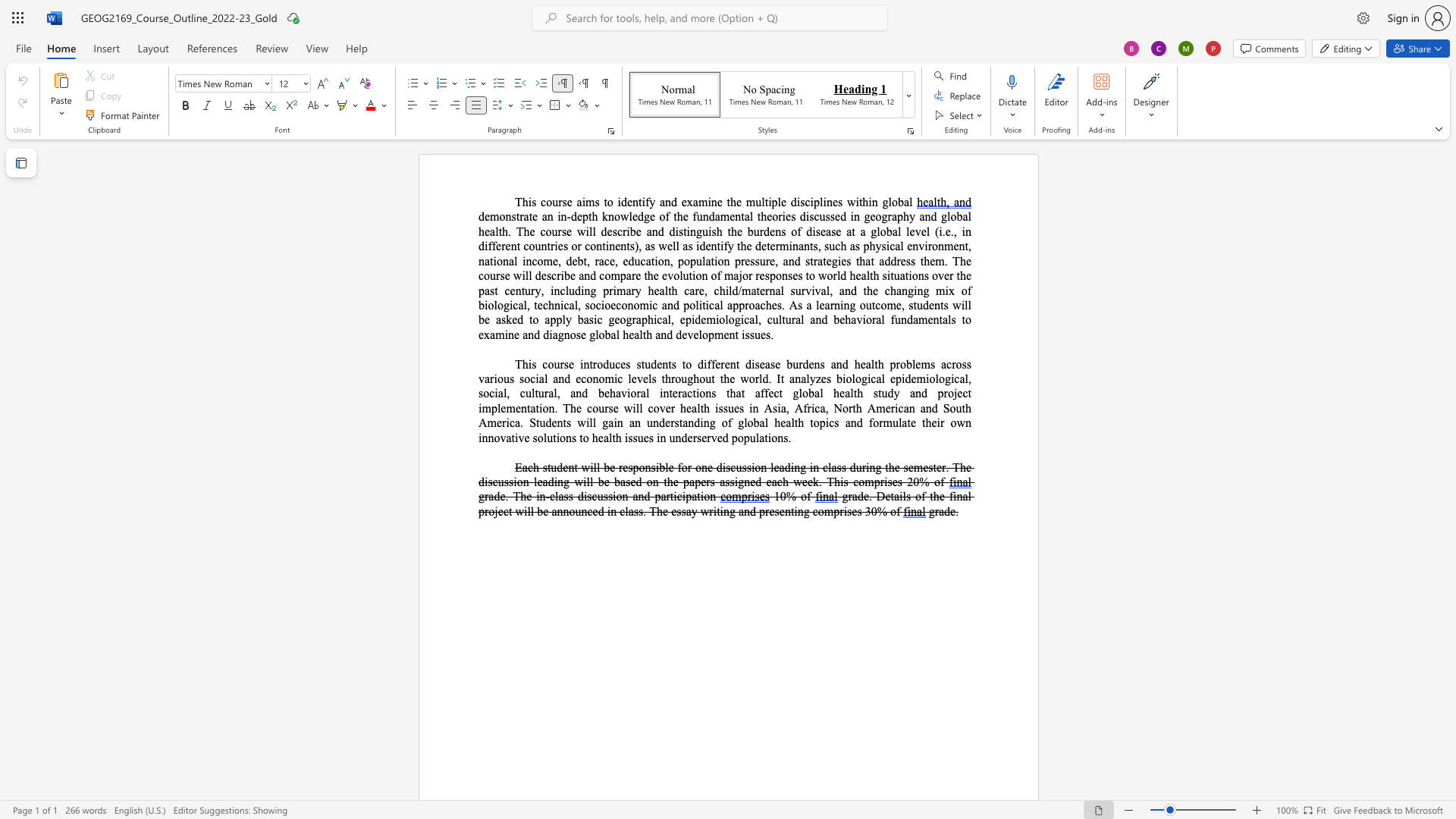 Image resolution: width=1456 pixels, height=819 pixels. I want to click on the space between the continuous character "i" and "m" in the text, so click(586, 201).